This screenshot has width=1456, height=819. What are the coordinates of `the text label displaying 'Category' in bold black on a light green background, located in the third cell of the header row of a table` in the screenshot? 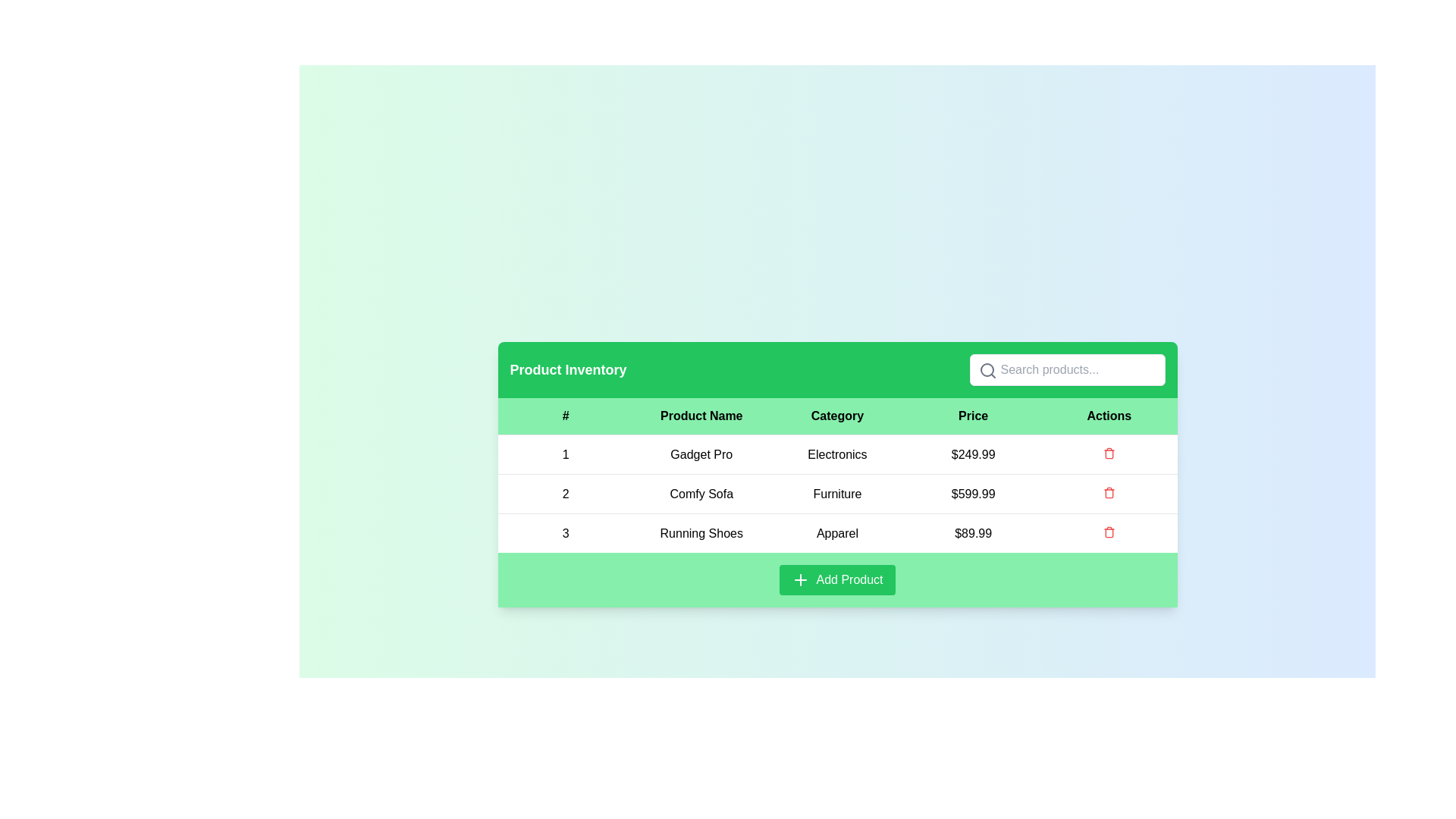 It's located at (836, 416).